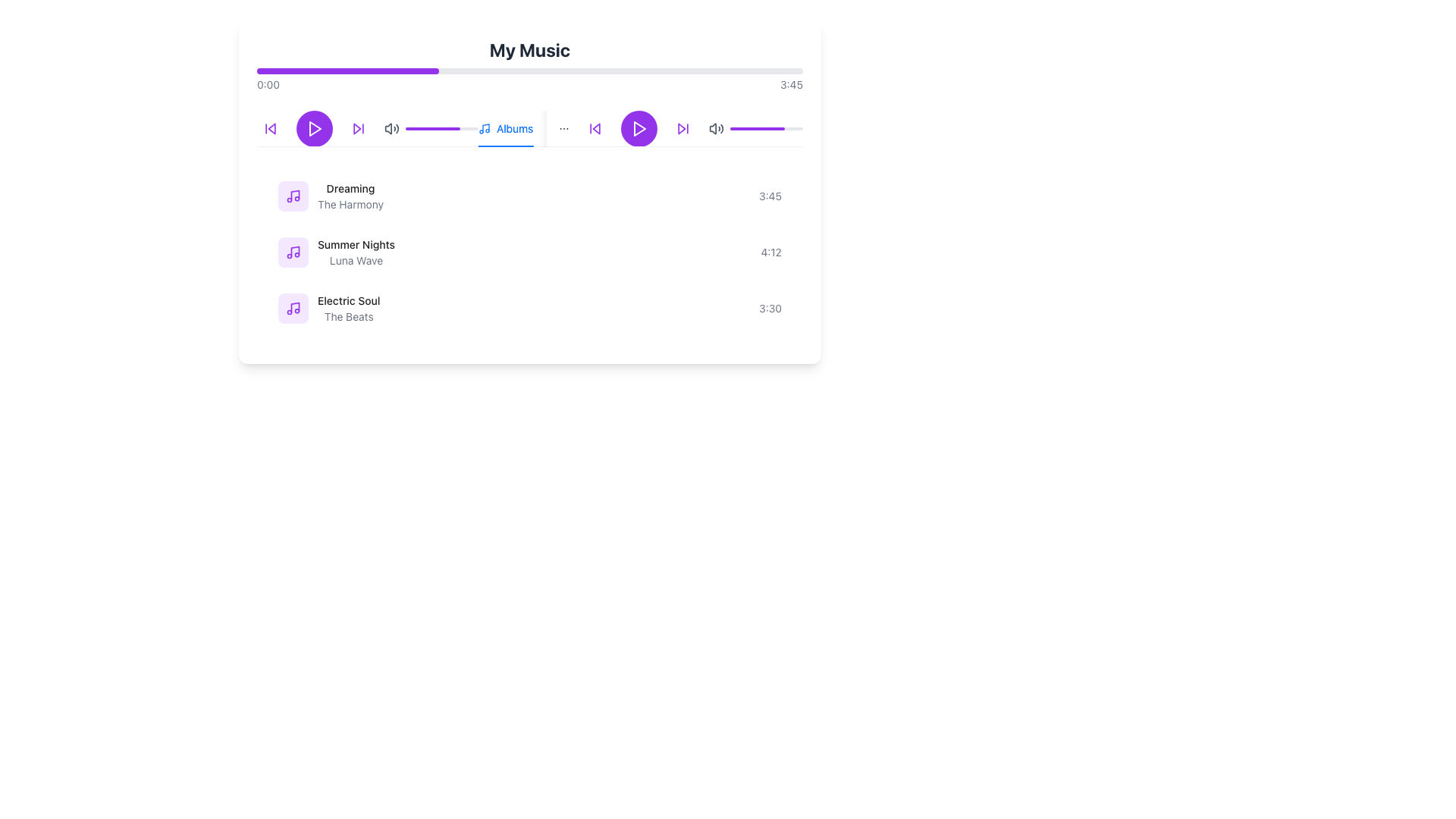 This screenshot has height=819, width=1456. I want to click on the progress value, so click(467, 127).